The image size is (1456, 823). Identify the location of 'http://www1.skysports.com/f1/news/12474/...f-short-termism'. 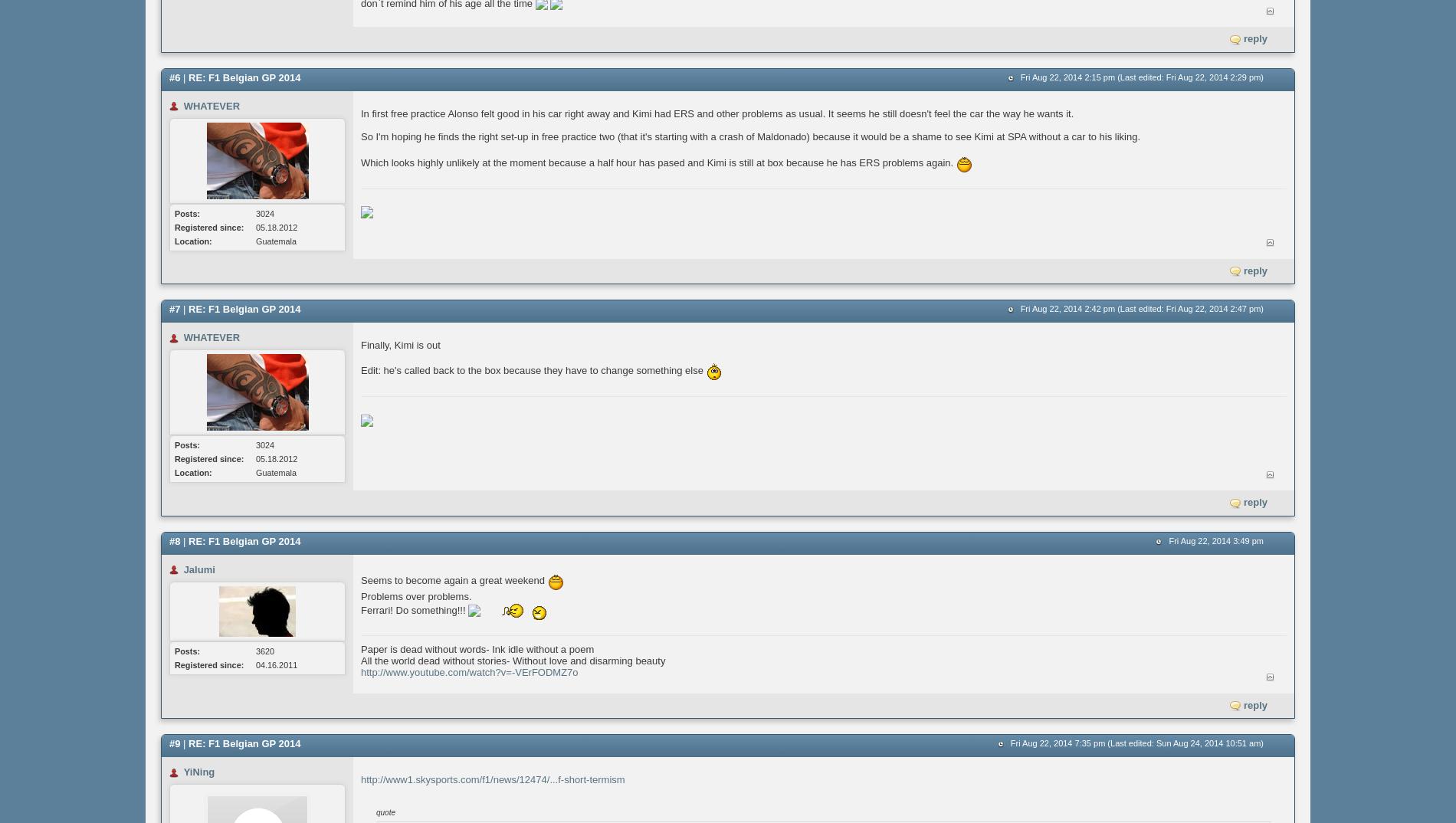
(492, 779).